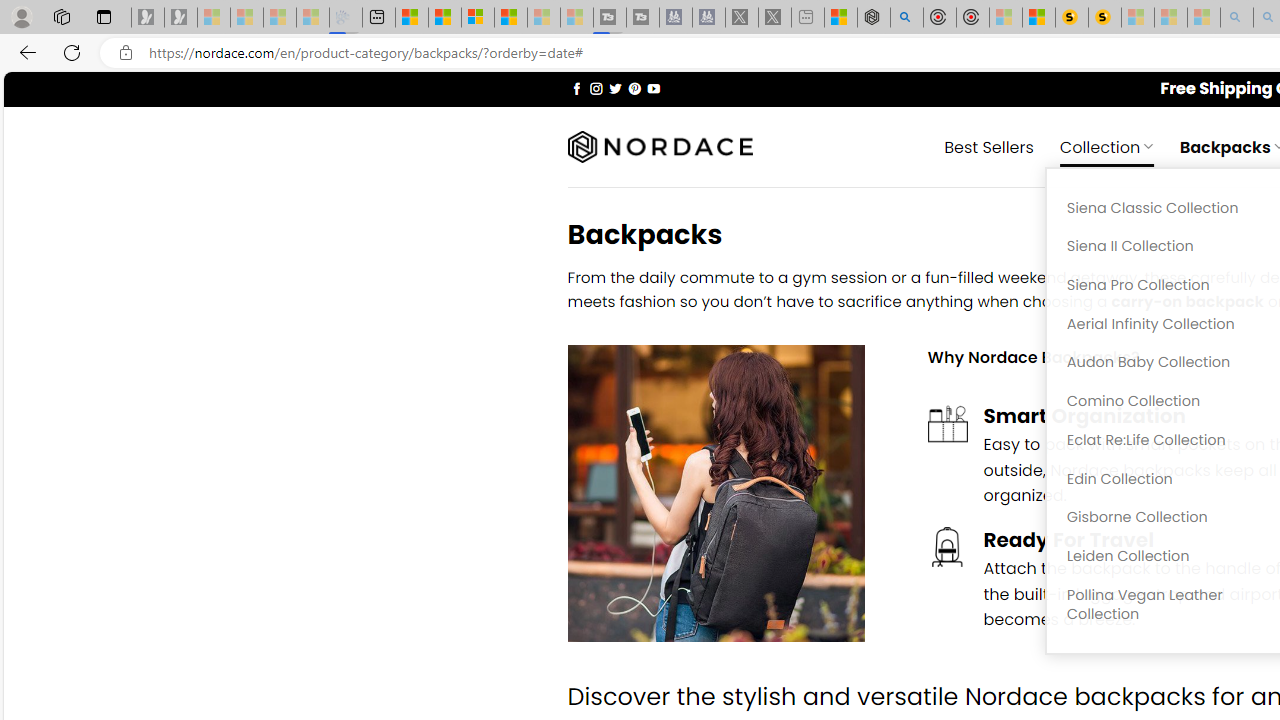 This screenshot has width=1280, height=720. Describe the element at coordinates (576, 87) in the screenshot. I see `'Follow on Facebook'` at that location.